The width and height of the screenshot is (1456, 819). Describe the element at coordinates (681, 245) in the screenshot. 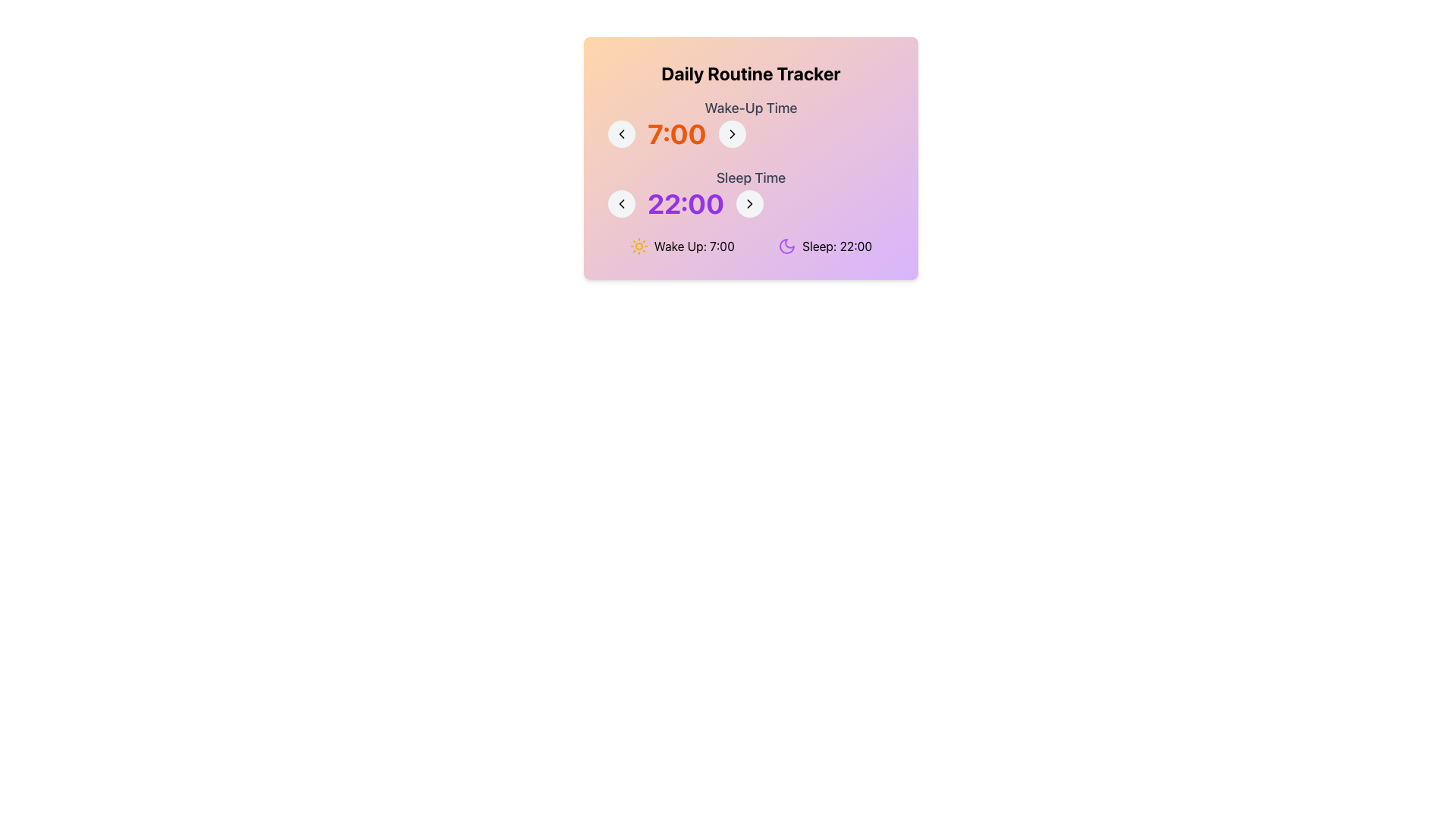

I see `the first Label with icon that displays the wake-up time, which is located below the 'Daily Routine Tracker' section and to the left of the 'Sleep: 22:00' element` at that location.